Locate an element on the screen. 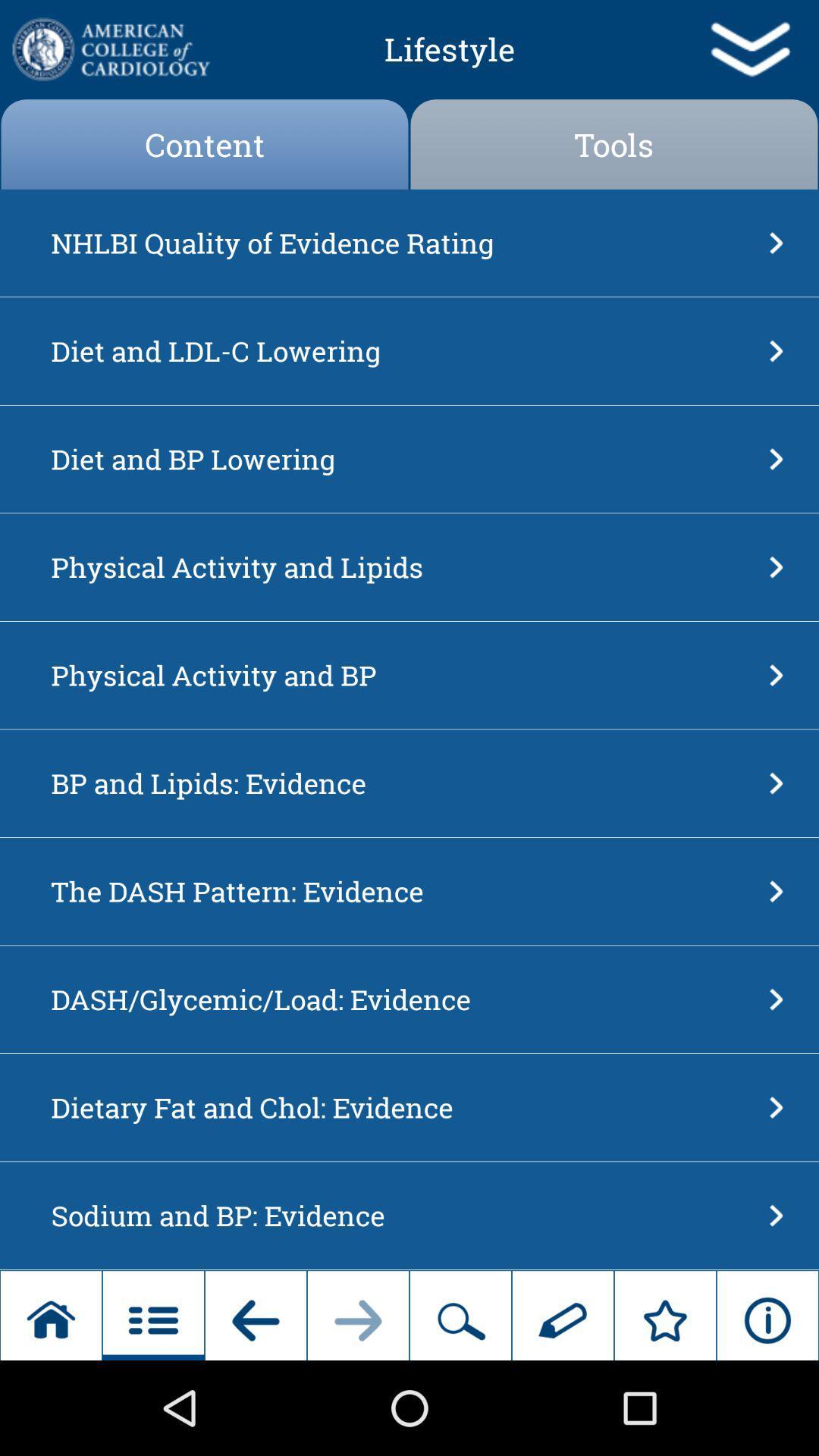  collapse menu is located at coordinates (748, 49).